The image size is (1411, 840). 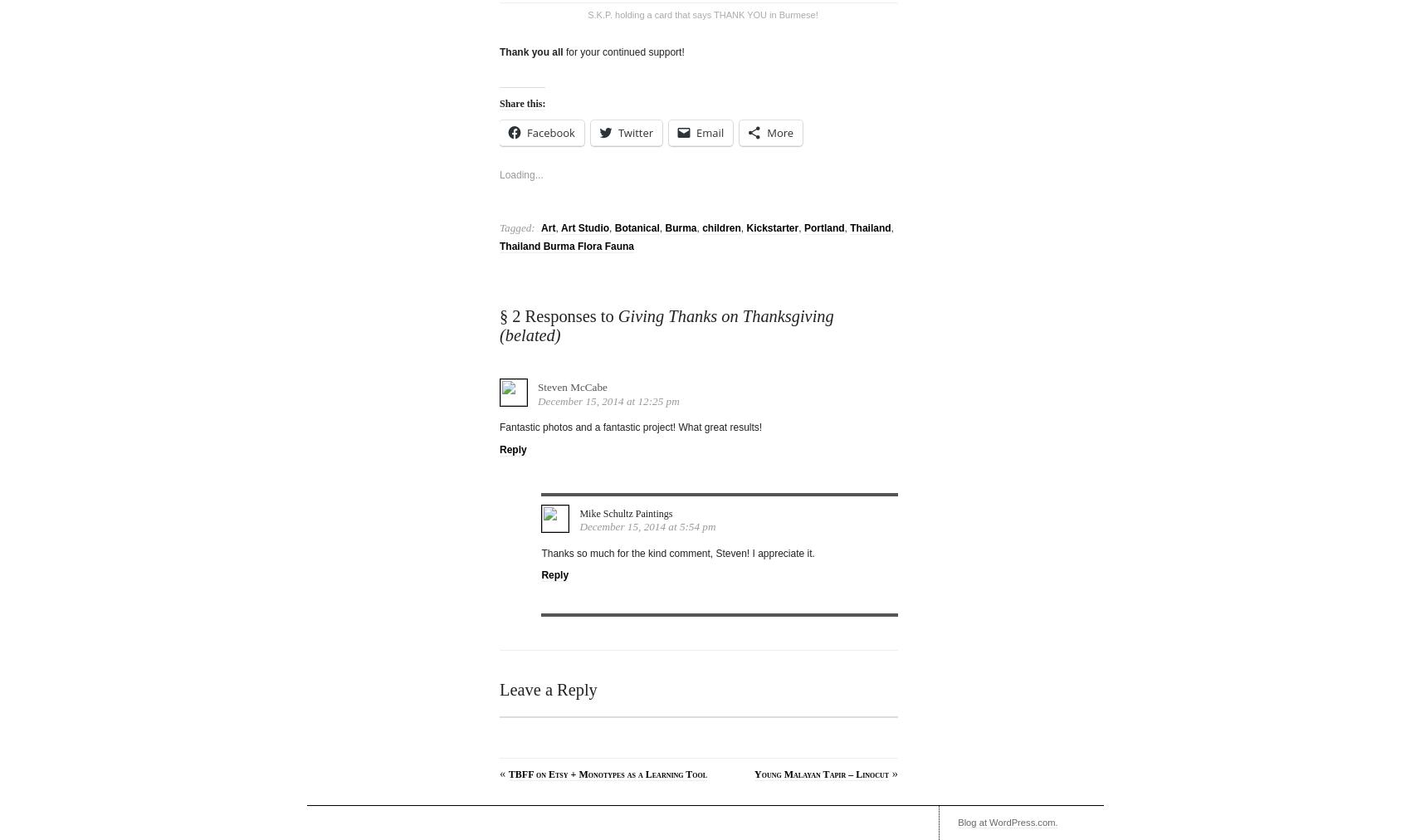 What do you see at coordinates (548, 222) in the screenshot?
I see `'Art'` at bounding box center [548, 222].